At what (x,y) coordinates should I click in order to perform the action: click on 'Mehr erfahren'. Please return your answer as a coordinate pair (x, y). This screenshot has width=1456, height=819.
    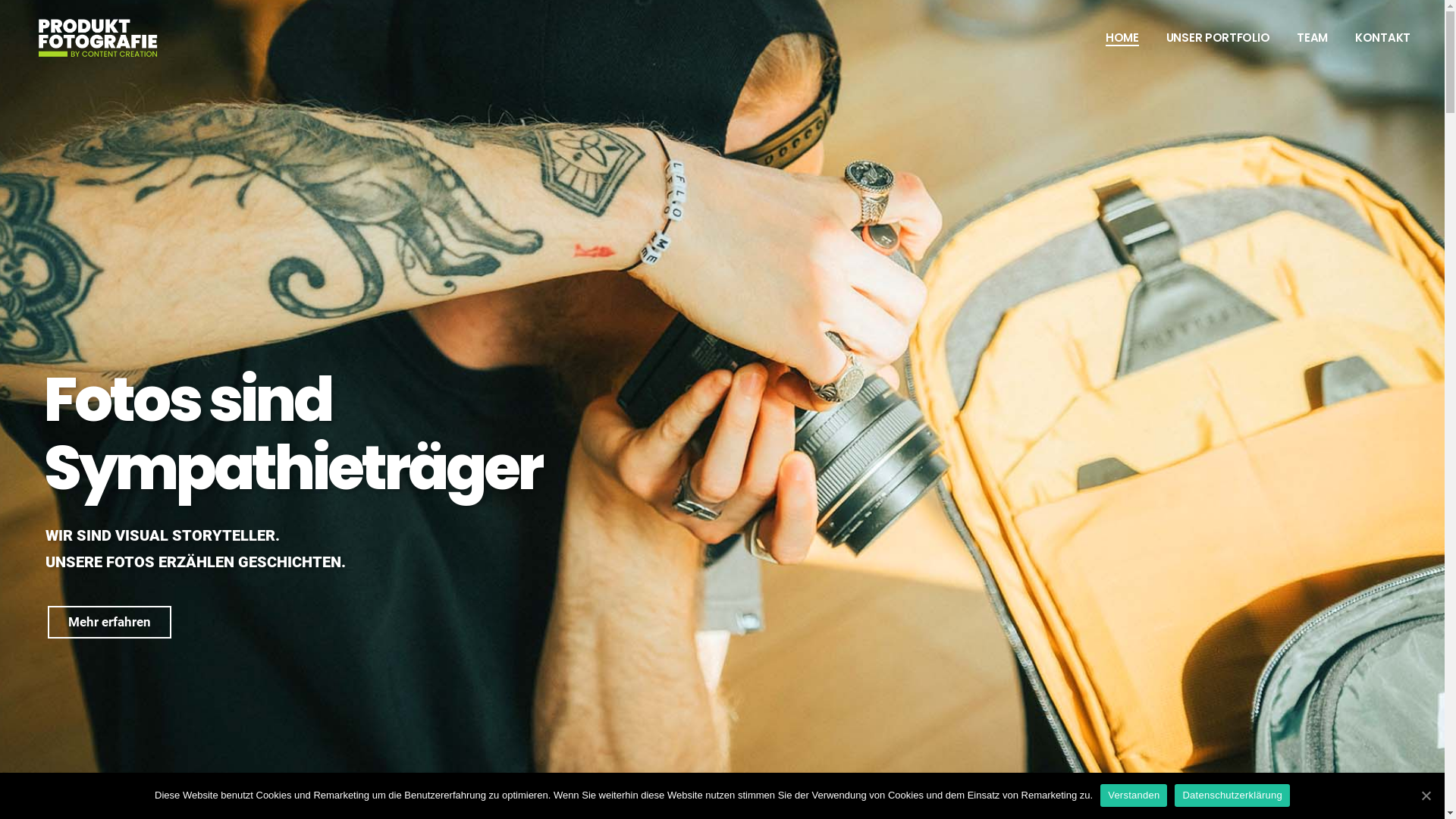
    Looking at the image, I should click on (108, 622).